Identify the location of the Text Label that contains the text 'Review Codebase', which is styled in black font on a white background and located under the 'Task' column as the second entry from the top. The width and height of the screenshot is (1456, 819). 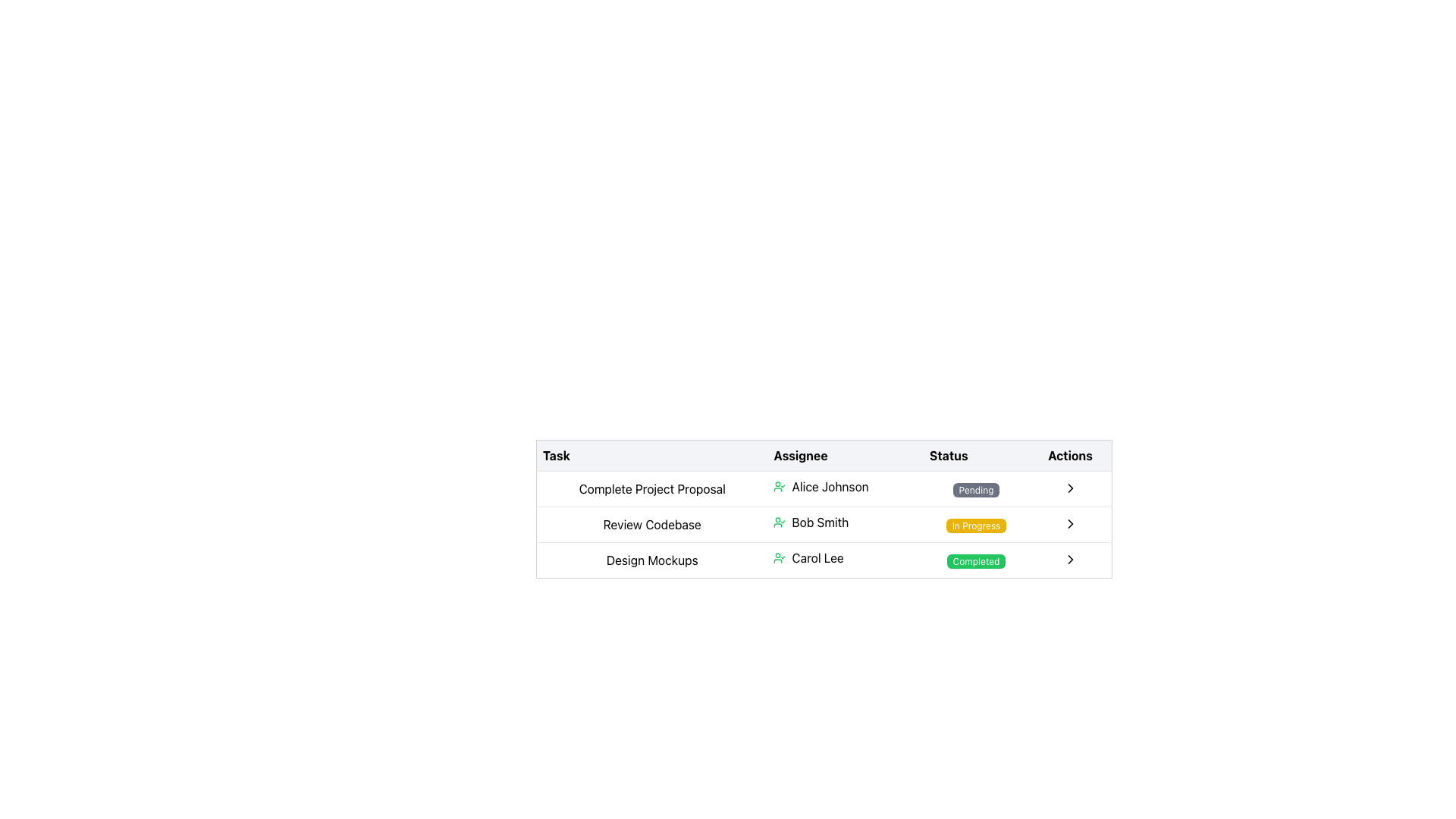
(651, 523).